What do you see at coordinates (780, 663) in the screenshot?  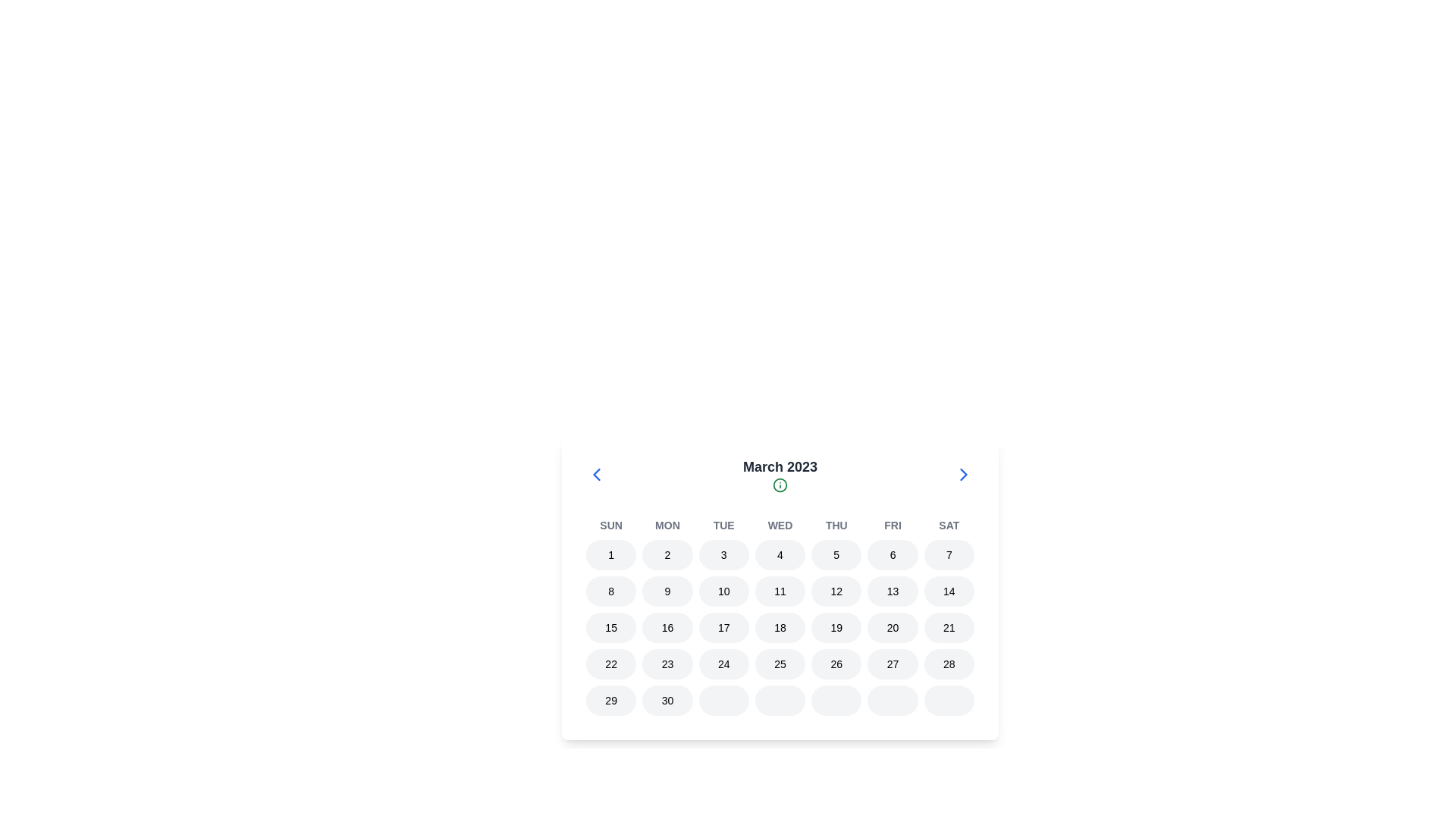 I see `the button representing the date '25' in the calendar interface` at bounding box center [780, 663].